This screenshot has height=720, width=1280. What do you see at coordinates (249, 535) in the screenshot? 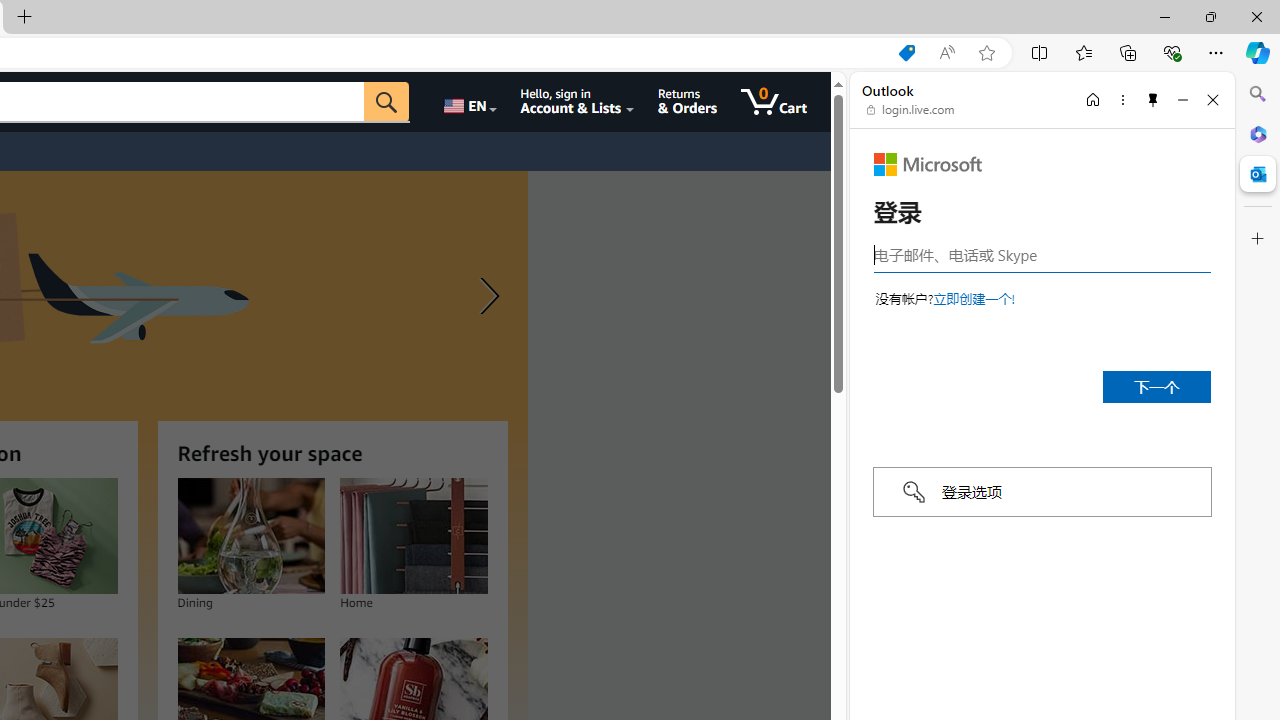
I see `'Dining'` at bounding box center [249, 535].